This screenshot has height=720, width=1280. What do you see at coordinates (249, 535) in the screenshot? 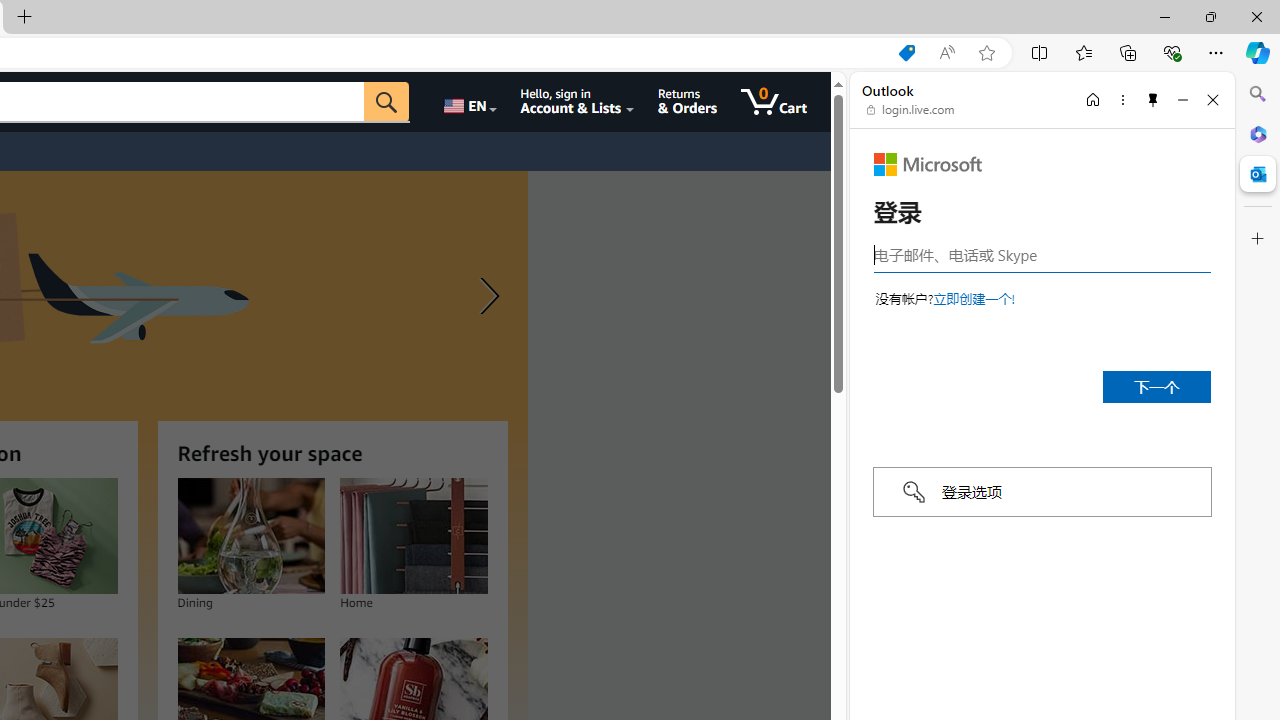
I see `'Dining'` at bounding box center [249, 535].